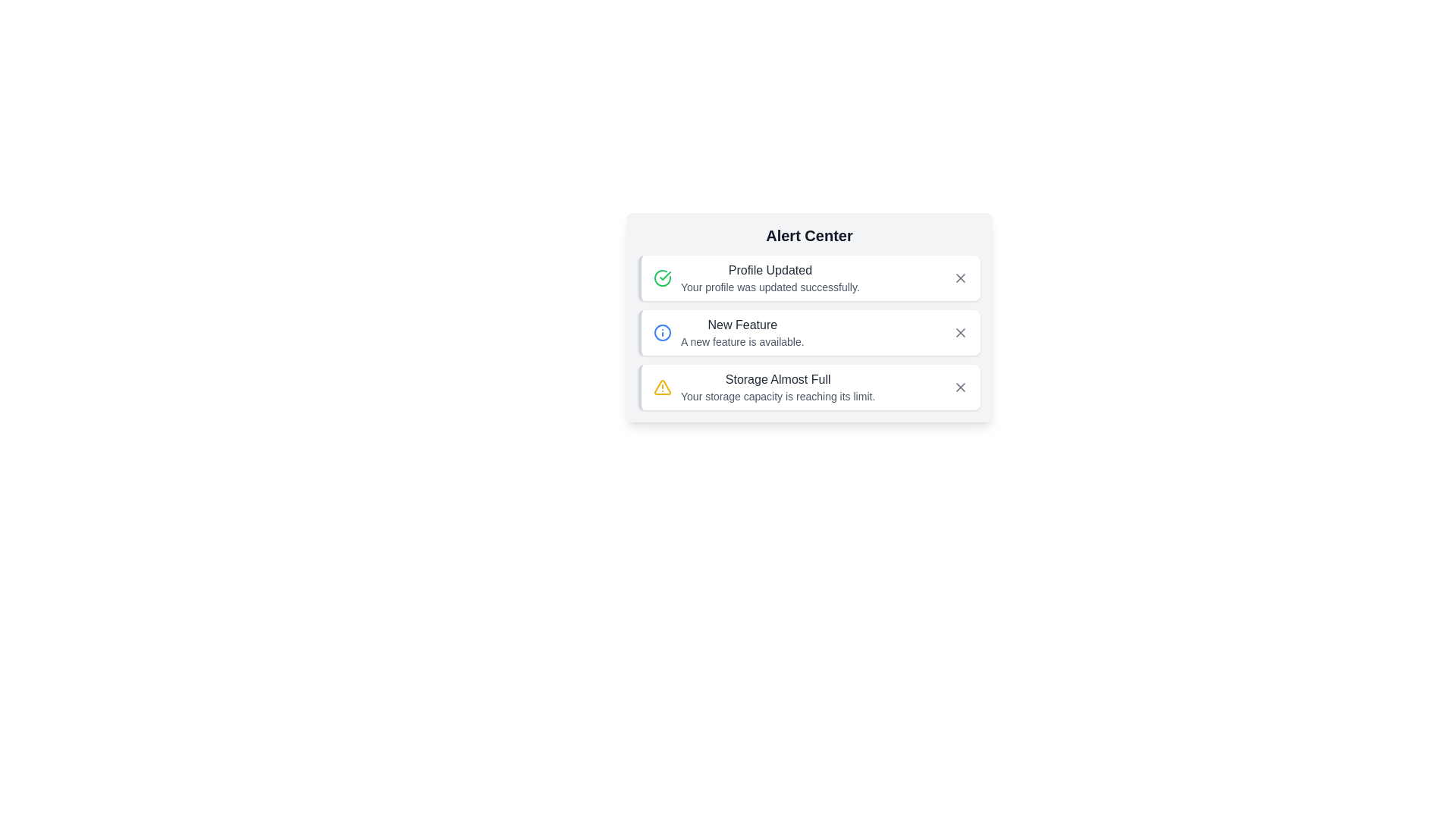 The height and width of the screenshot is (819, 1456). I want to click on the small gray diagonal line forming part of the 'X' shape icon located to the right of the 'Profile Updated' notification text in the 'Alert Center' section, so click(960, 278).